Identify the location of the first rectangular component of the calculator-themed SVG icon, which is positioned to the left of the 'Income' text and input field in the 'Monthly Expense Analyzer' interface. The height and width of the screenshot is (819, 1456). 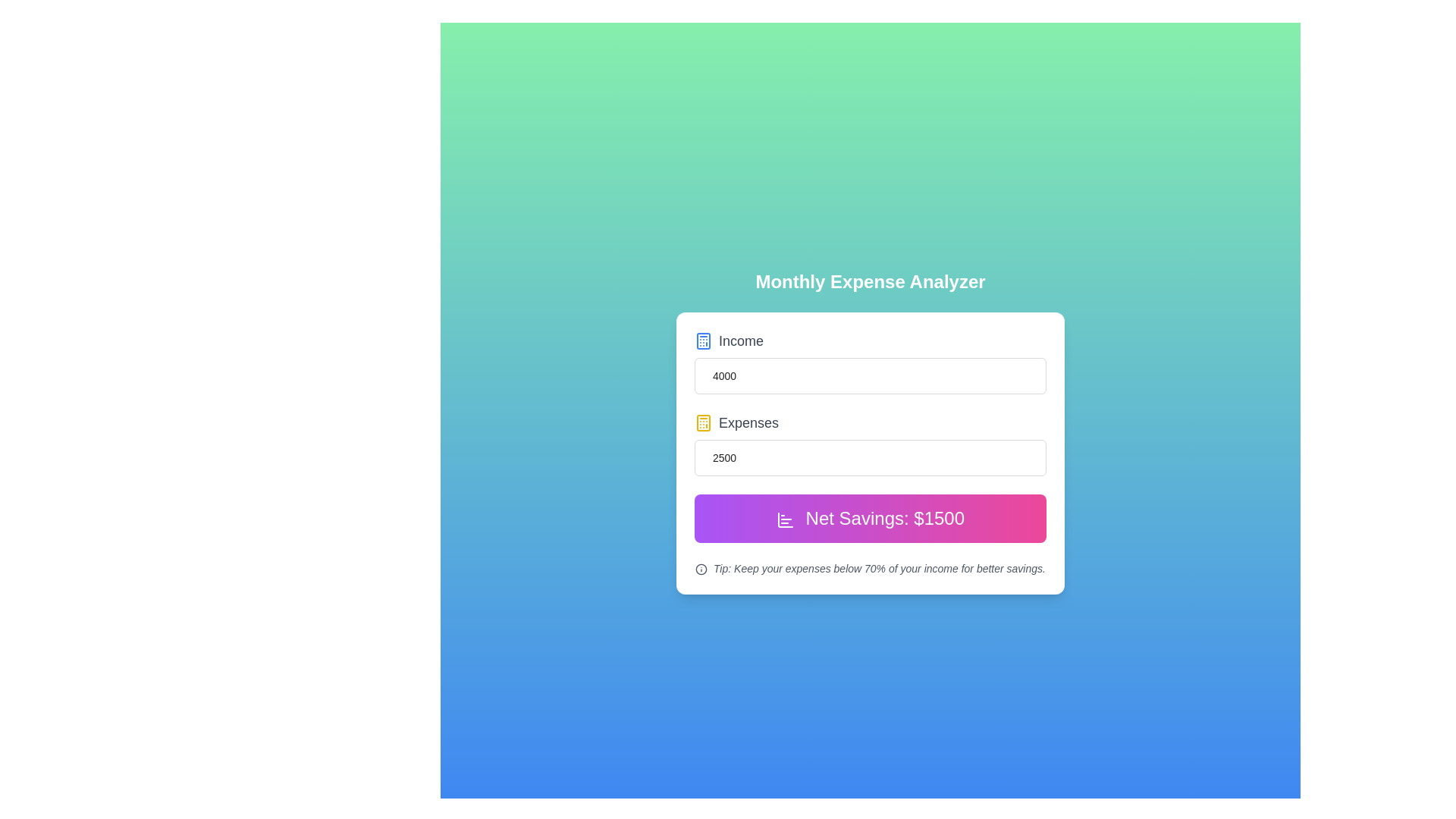
(702, 341).